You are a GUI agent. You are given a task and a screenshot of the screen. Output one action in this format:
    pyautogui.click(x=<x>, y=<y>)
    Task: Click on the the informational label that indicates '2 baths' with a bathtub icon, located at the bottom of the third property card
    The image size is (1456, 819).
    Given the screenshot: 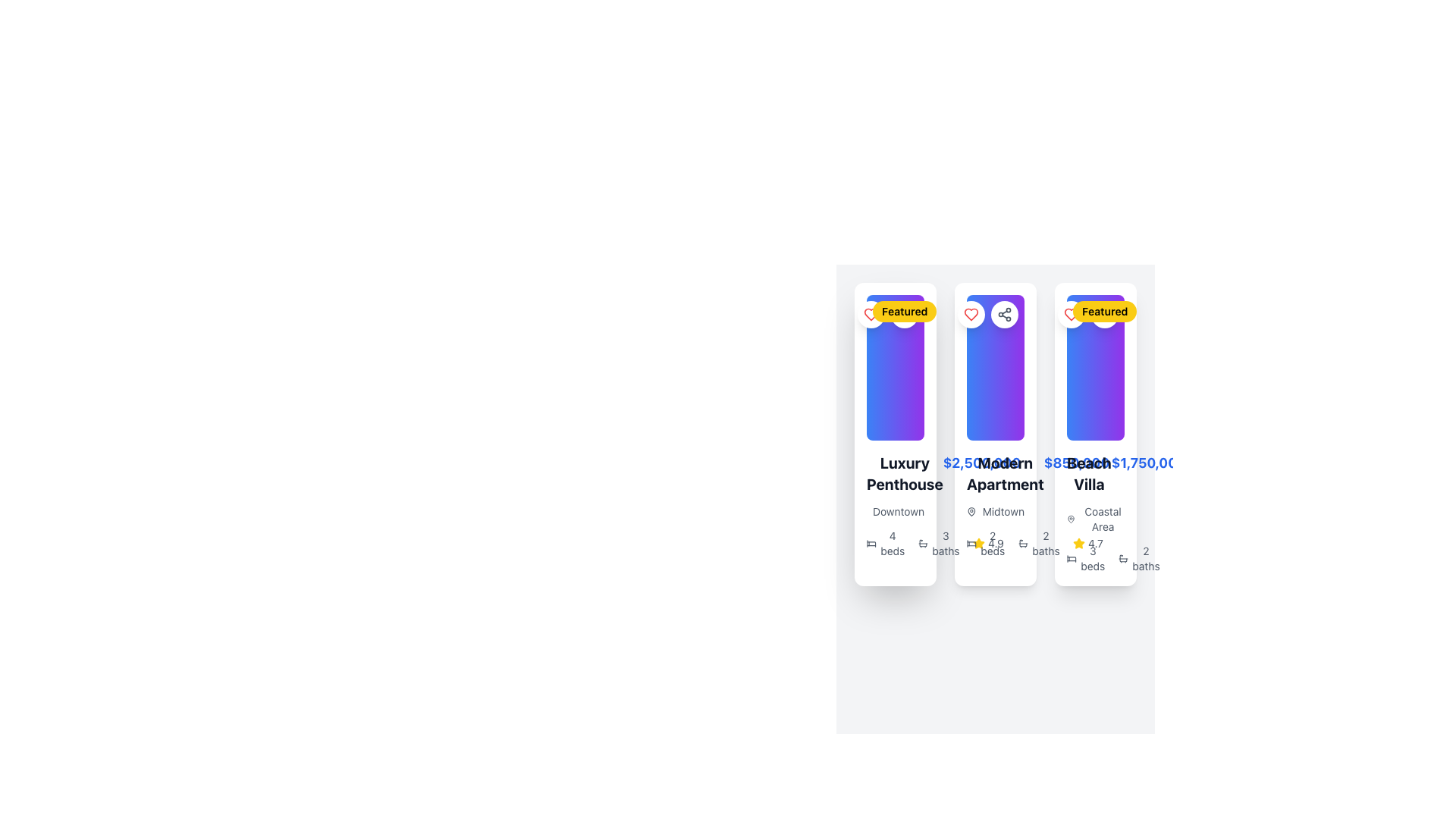 What is the action you would take?
    pyautogui.click(x=1146, y=558)
    